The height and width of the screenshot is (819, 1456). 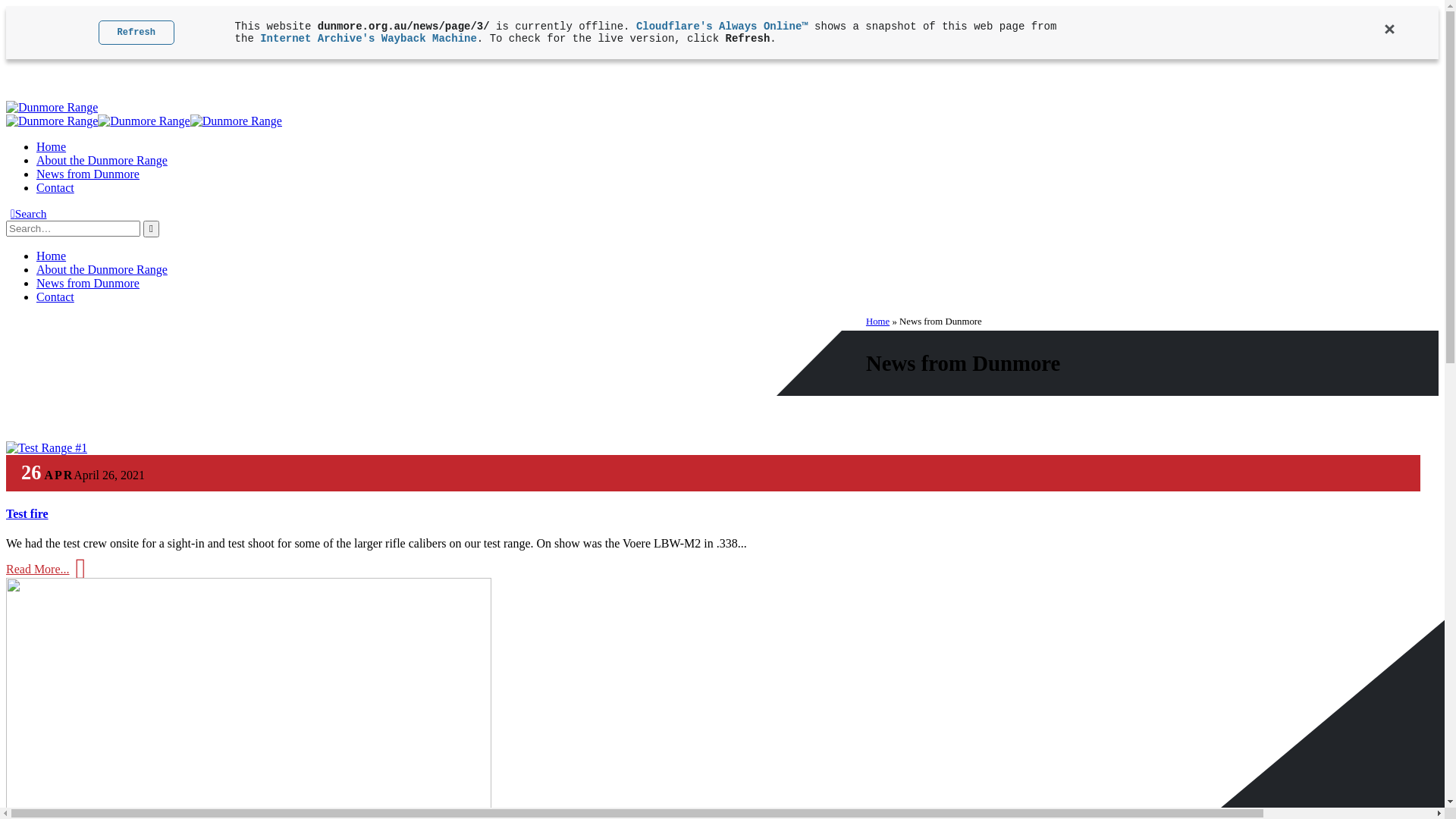 What do you see at coordinates (101, 268) in the screenshot?
I see `'About the Dunmore Range'` at bounding box center [101, 268].